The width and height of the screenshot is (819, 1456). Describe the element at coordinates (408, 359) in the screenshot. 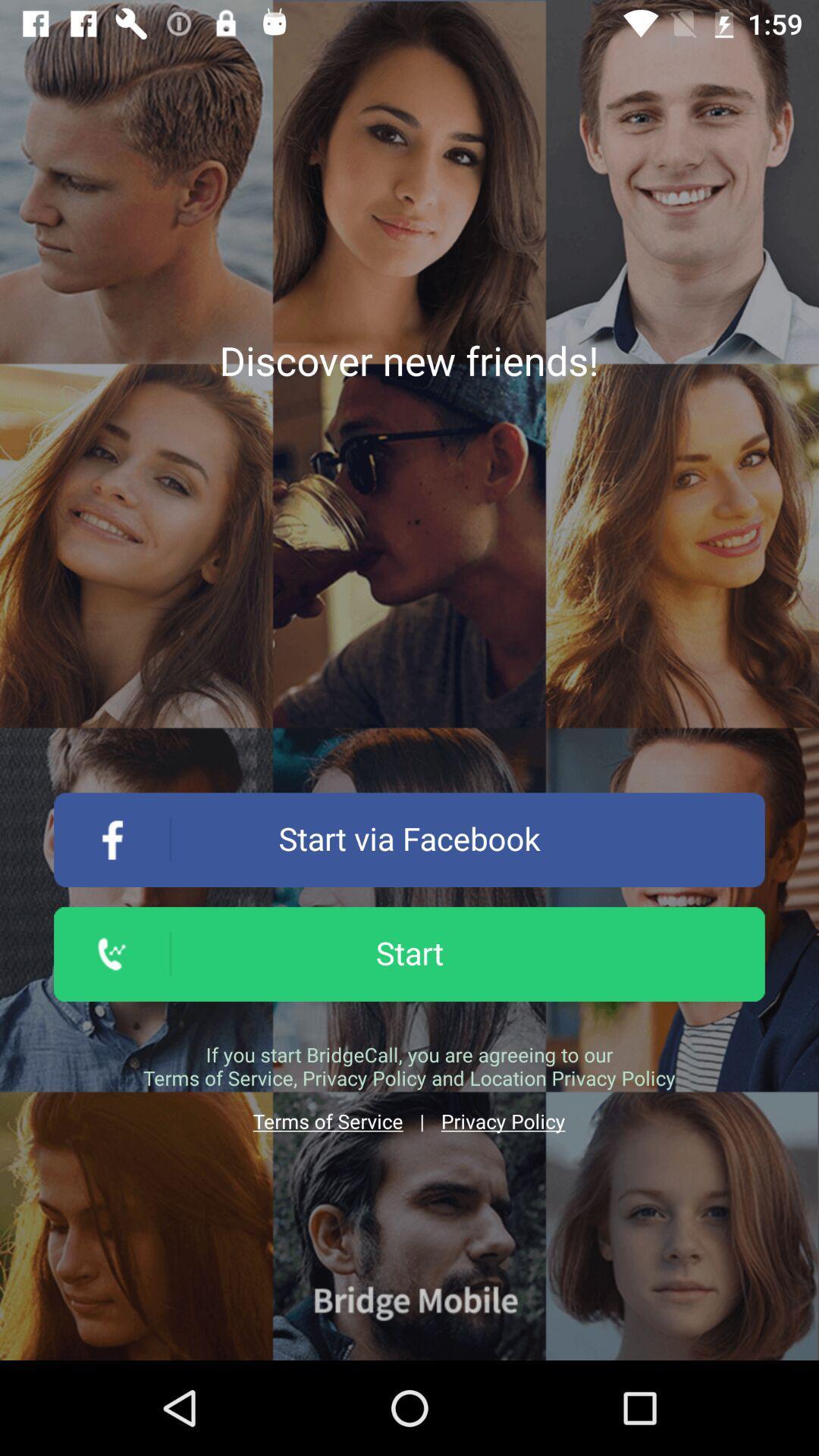

I see `the app at the top` at that location.